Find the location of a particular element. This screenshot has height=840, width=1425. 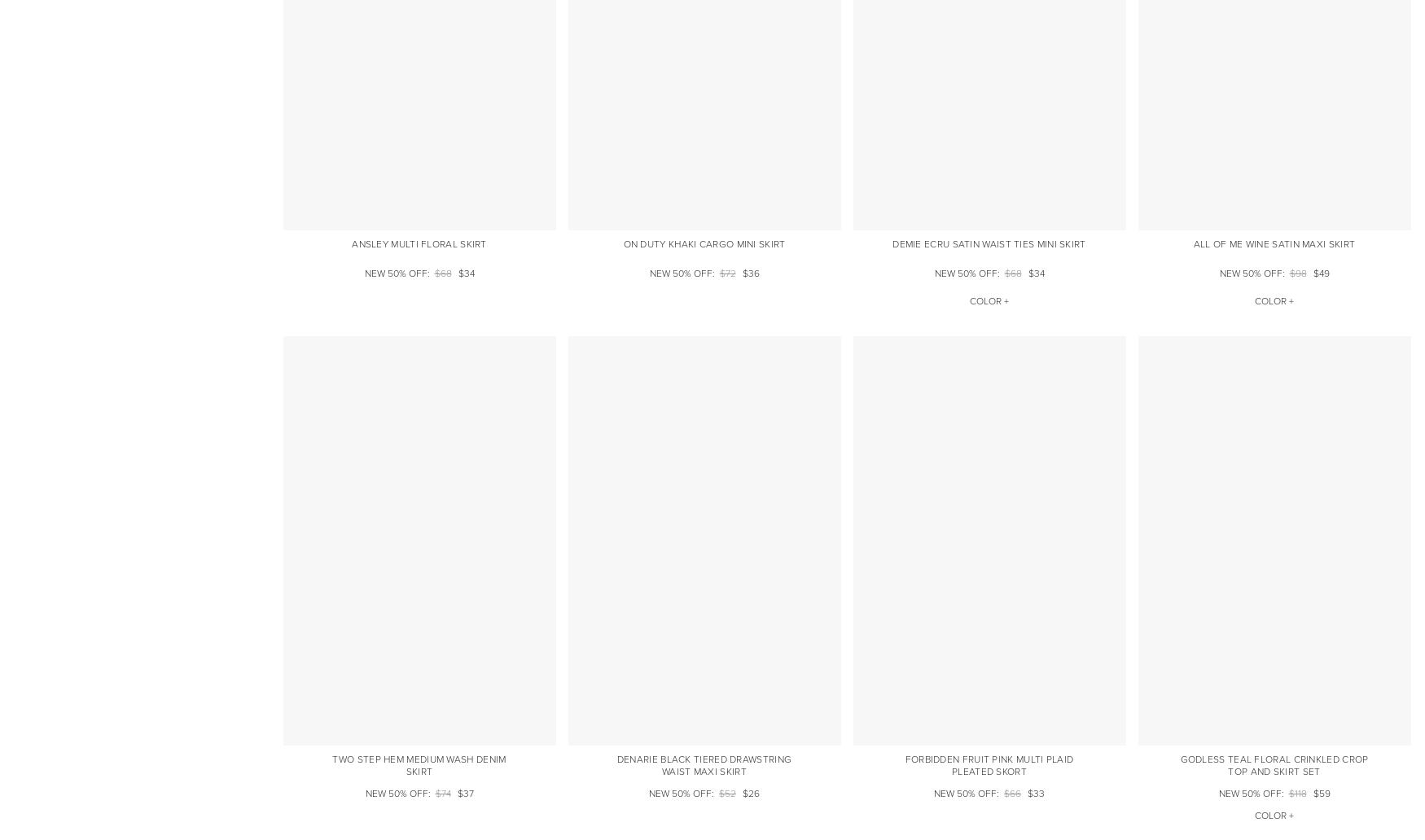

'Godless Teal Floral Crinkled Crop Top and Skirt Set' is located at coordinates (1274, 764).